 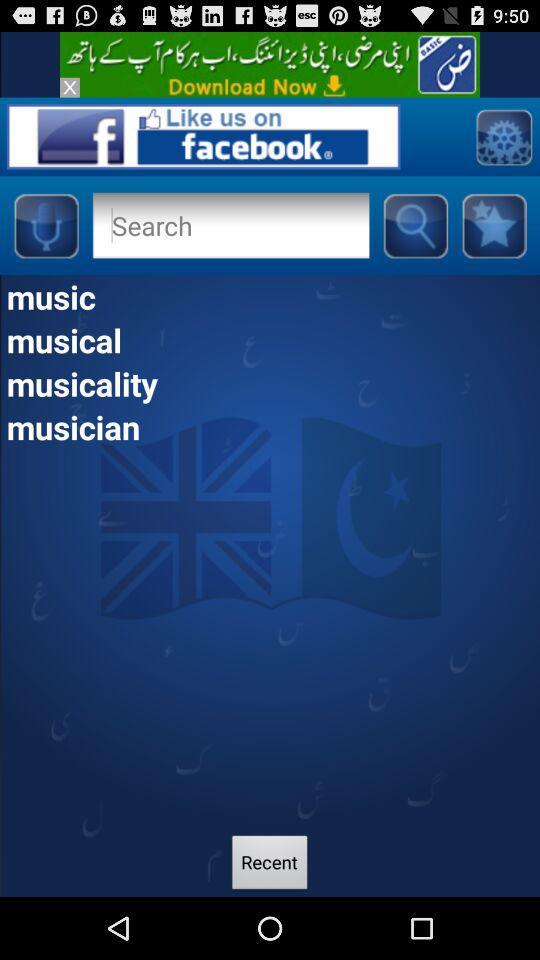 What do you see at coordinates (202, 135) in the screenshot?
I see `like us on facebook` at bounding box center [202, 135].